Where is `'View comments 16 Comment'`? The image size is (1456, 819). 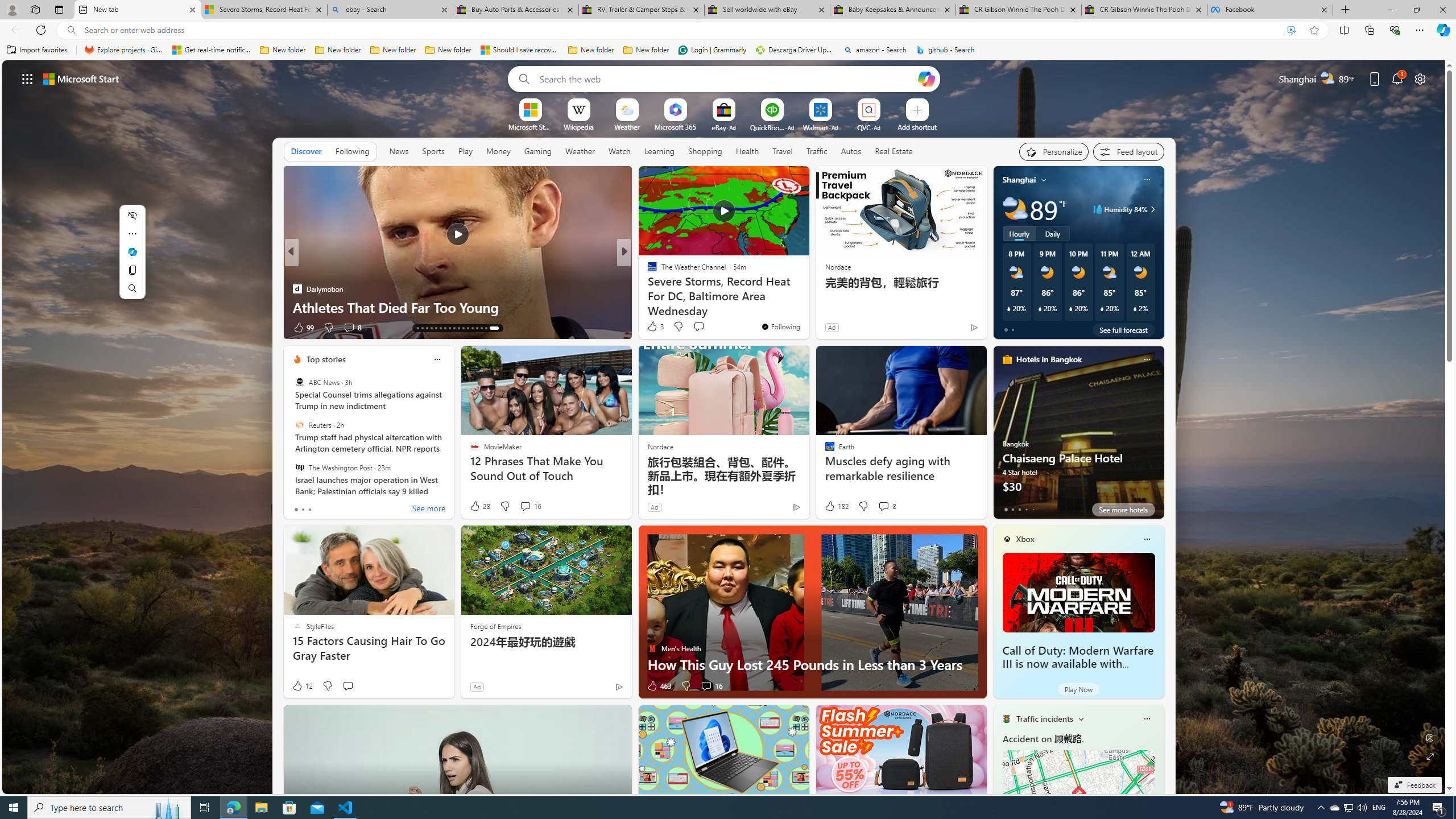
'View comments 16 Comment' is located at coordinates (711, 686).